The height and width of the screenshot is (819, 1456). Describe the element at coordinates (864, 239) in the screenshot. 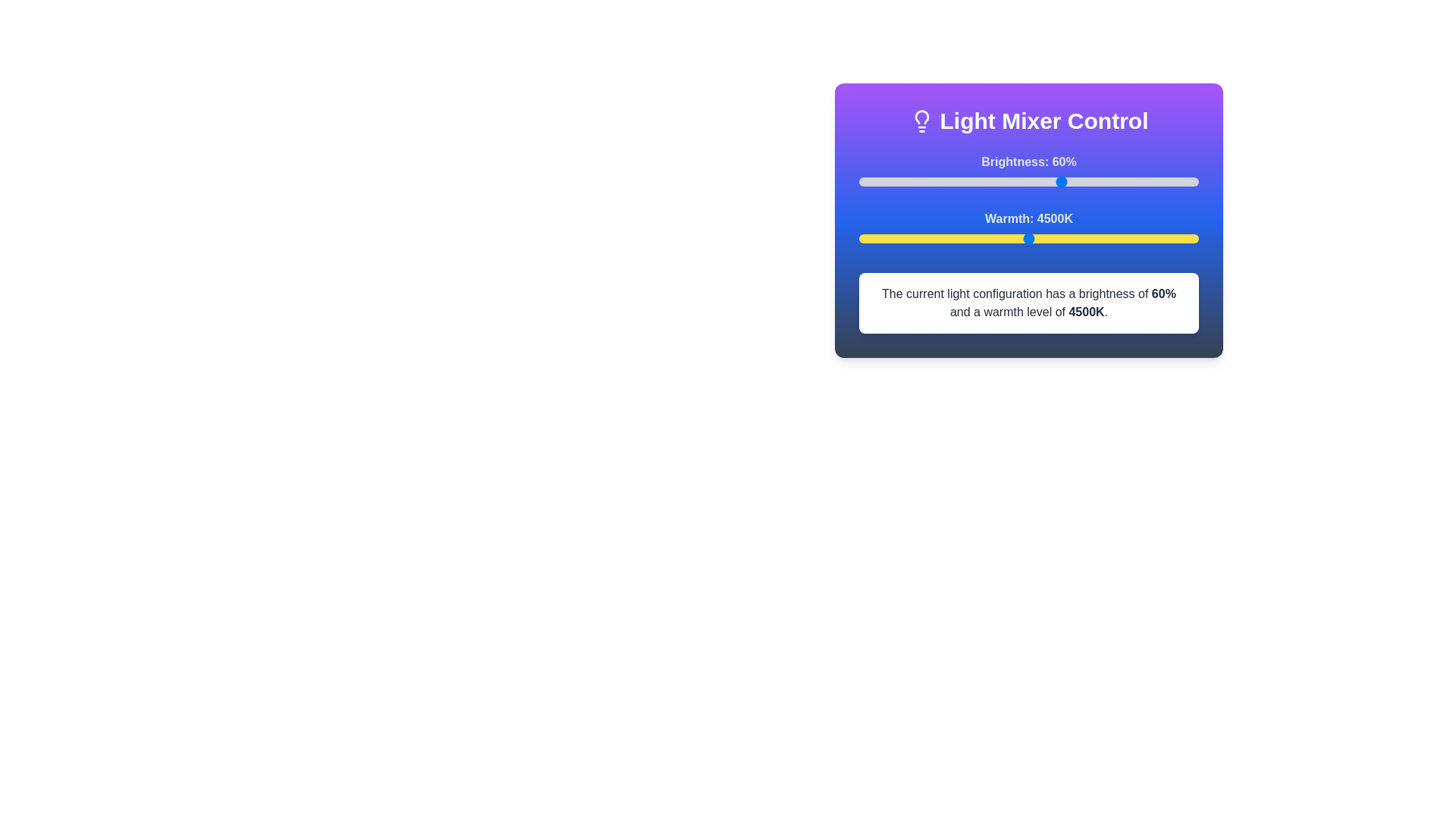

I see `the warmth slider to set the warmth level to 2072 K` at that location.